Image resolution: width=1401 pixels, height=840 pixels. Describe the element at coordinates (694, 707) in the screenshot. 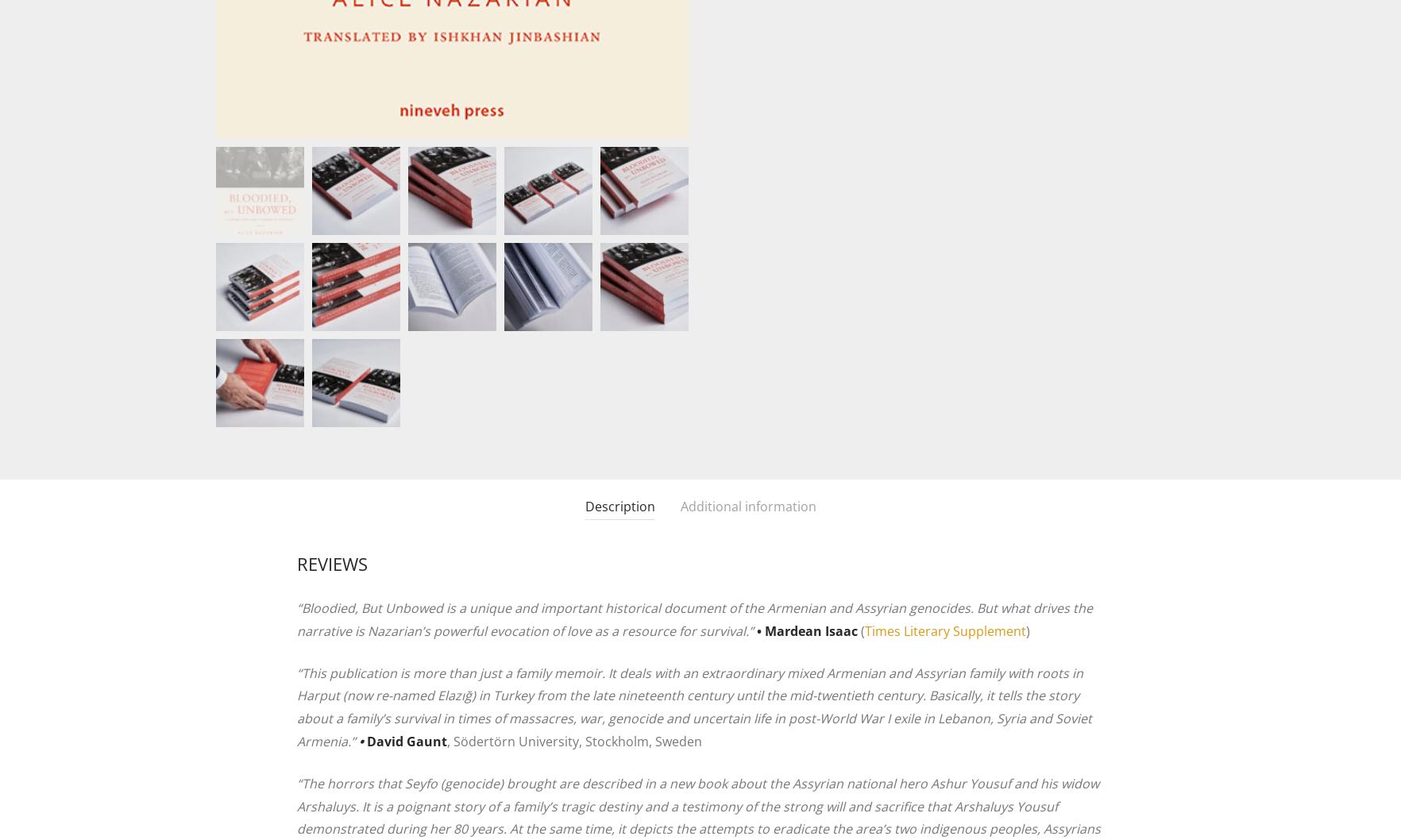

I see `'“This publication is more than just a family memoir. It deals with an extraordinary mixed Armenian and Assyrian family with roots in Harput (now re-named Elazığ) in Turkey from the late nineteenth century until the mid-twentieth century. Basically, it tells the story about a family’s survival in times of massacres, war, genocide and uncertain life in post-World War I exile in Lebanon, Syria and Soviet Armenia.”'` at that location.